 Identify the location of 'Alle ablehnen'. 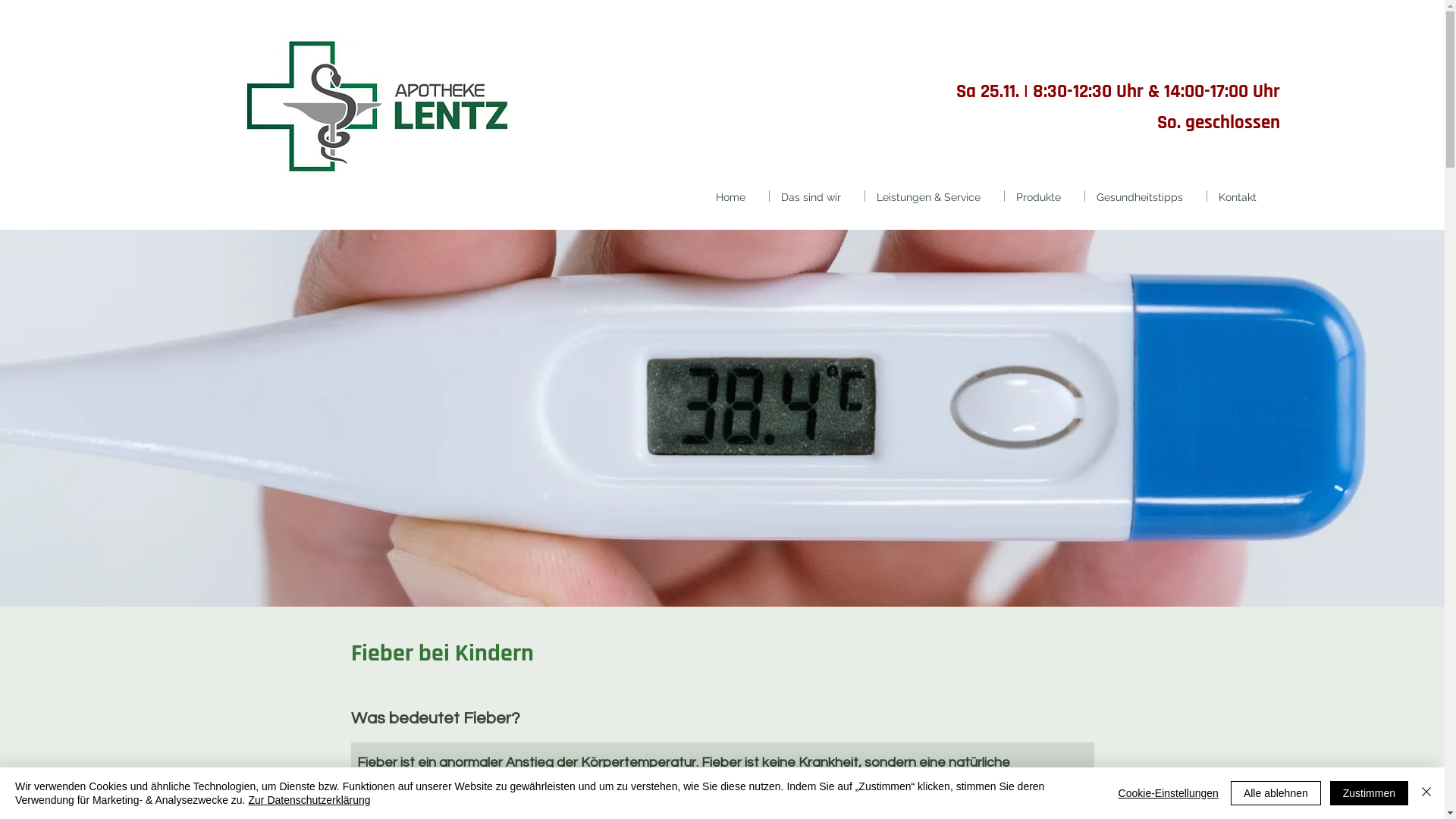
(1275, 792).